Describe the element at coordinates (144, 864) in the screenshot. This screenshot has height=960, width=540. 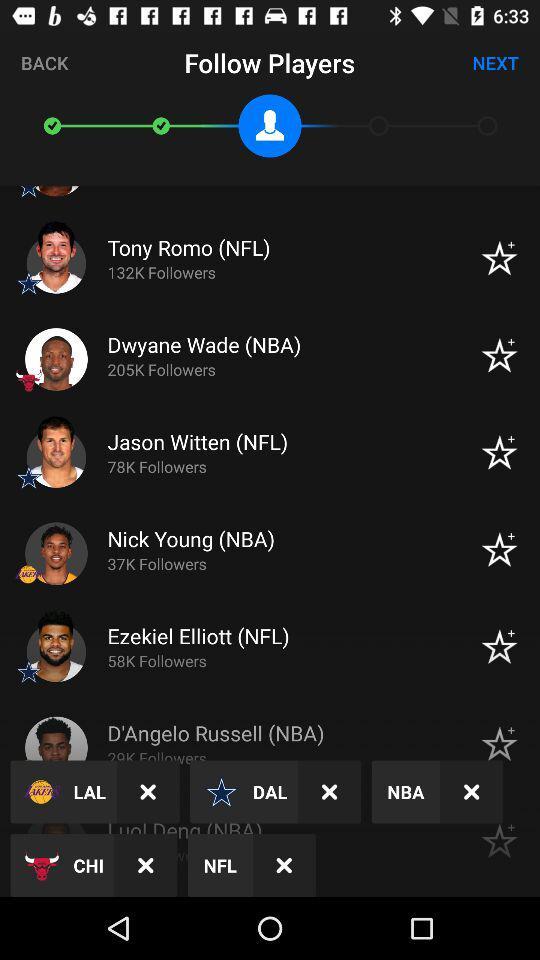
I see `the icon next to nfl` at that location.